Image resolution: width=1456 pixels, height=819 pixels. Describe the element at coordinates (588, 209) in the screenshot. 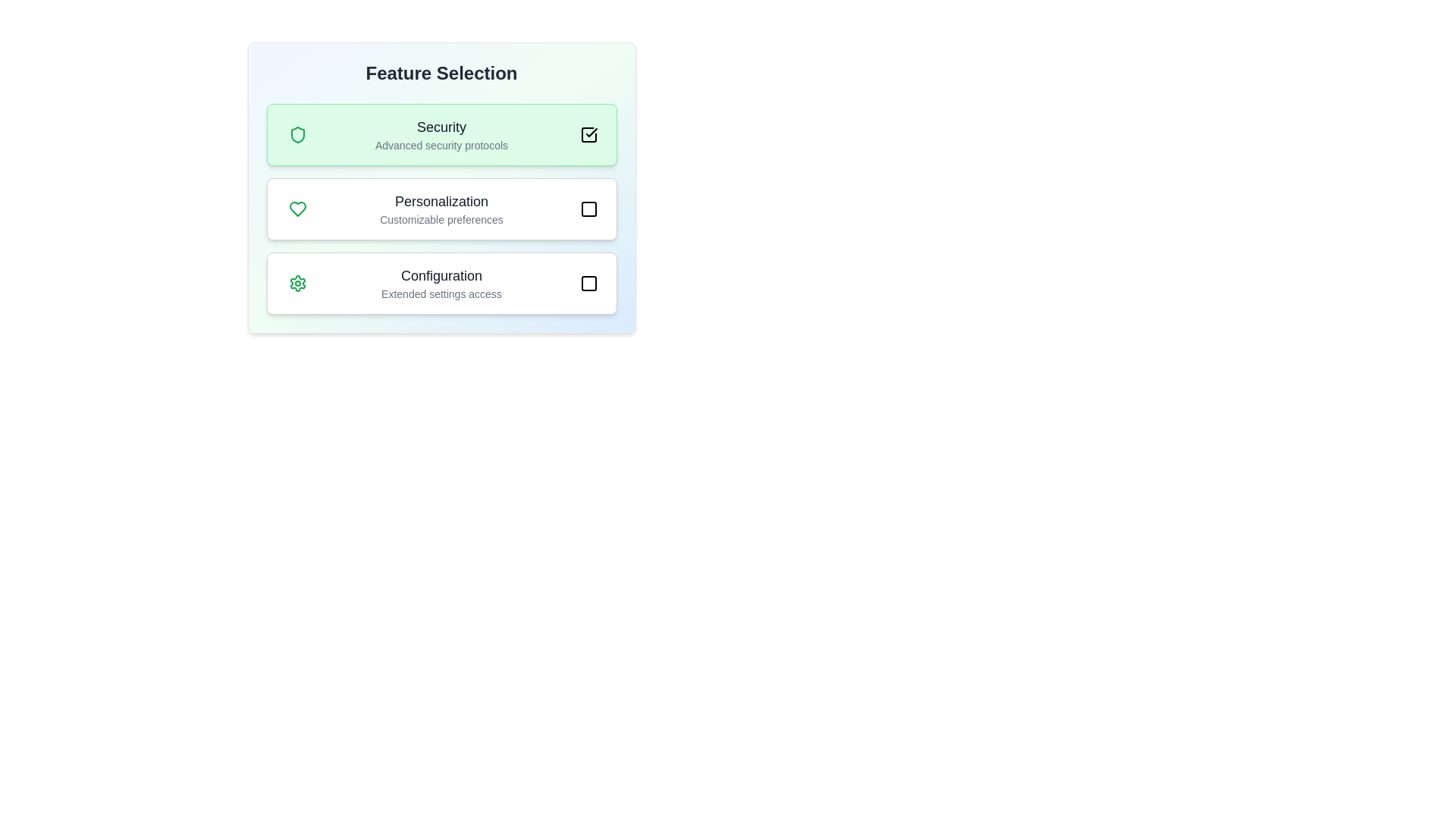

I see `the toggle button in the 'Personalization' section to change its state` at that location.